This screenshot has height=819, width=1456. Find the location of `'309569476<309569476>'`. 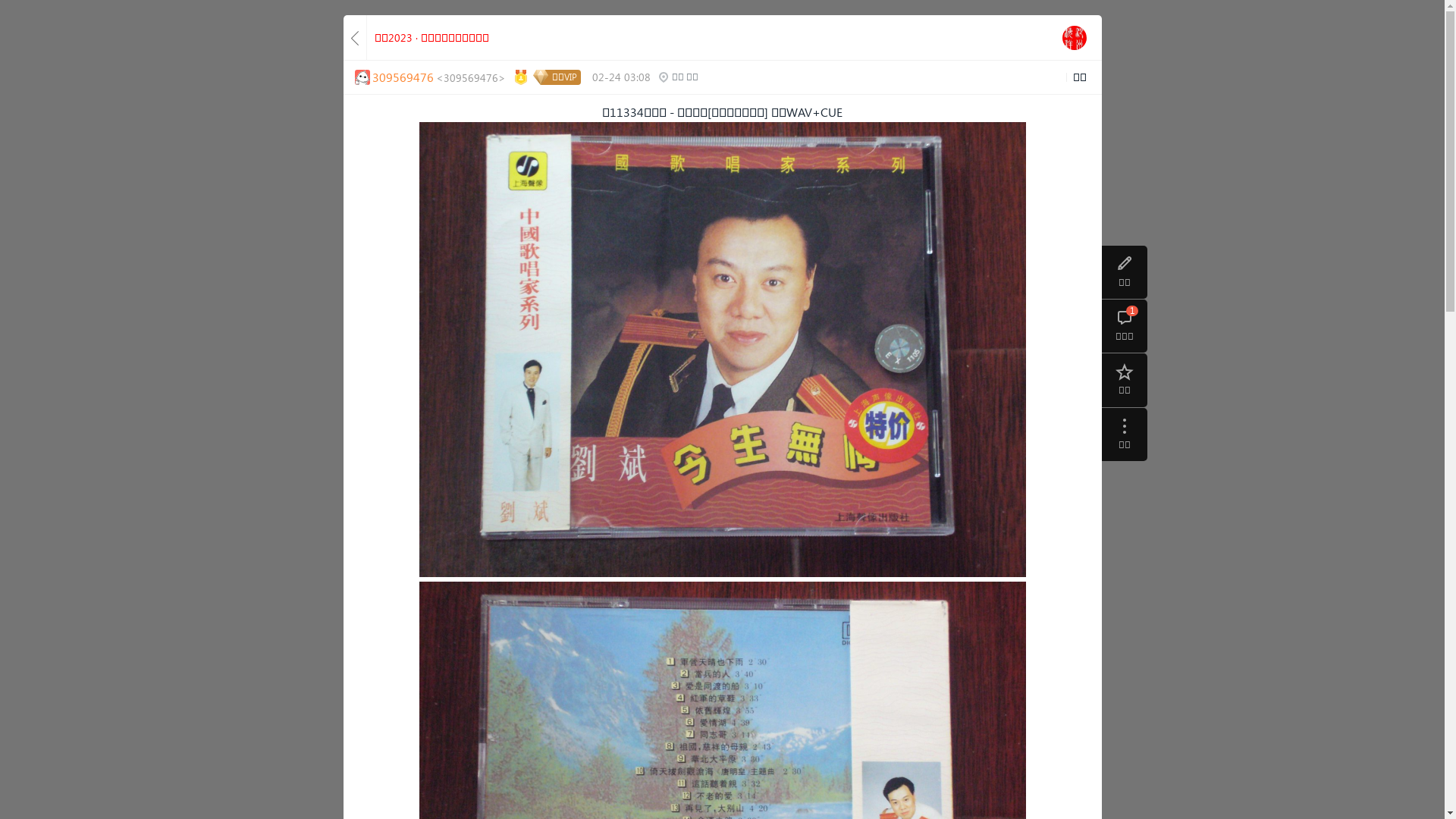

'309569476<309569476>' is located at coordinates (429, 77).